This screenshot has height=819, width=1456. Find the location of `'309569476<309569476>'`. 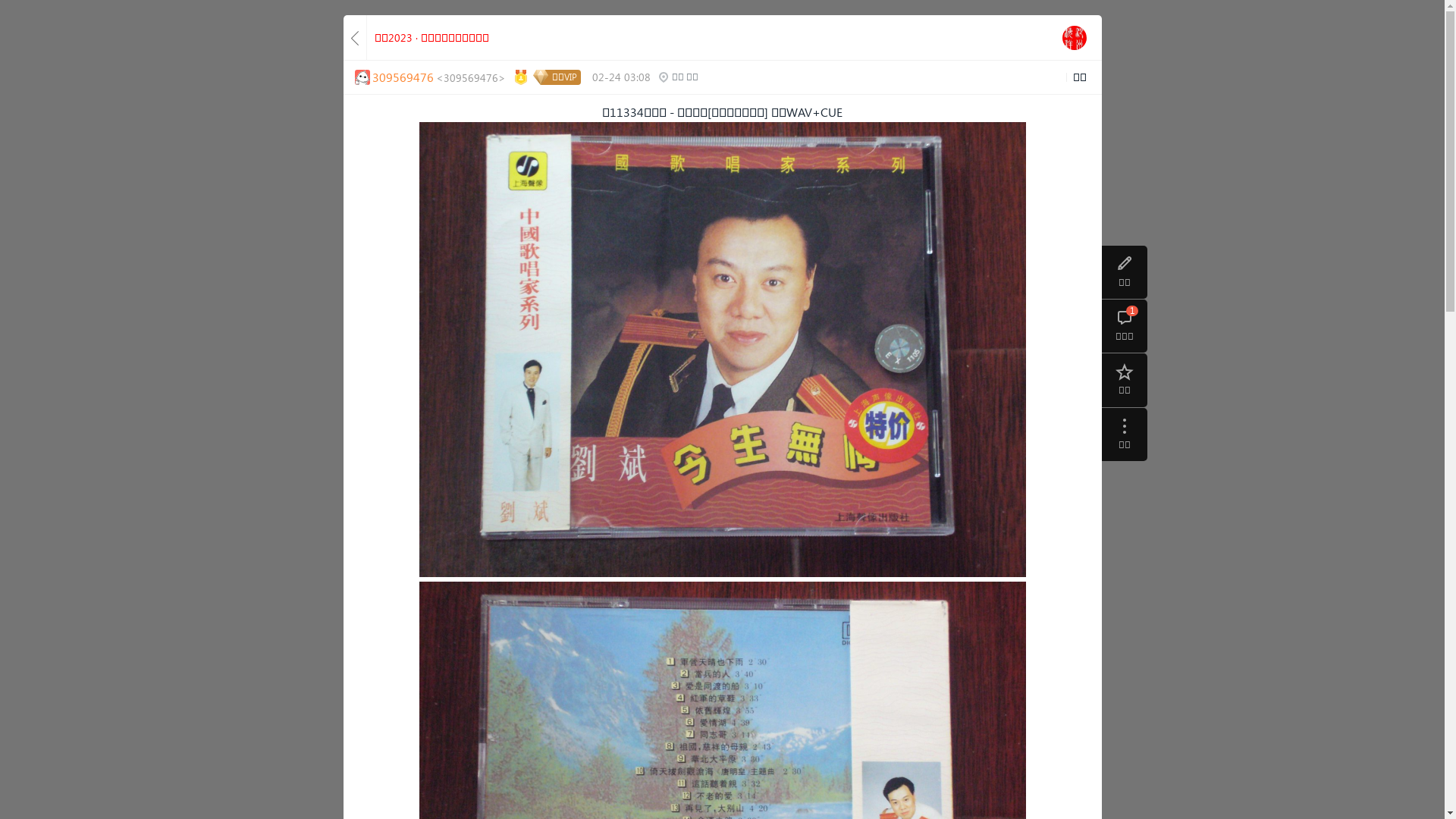

'309569476<309569476>' is located at coordinates (429, 77).